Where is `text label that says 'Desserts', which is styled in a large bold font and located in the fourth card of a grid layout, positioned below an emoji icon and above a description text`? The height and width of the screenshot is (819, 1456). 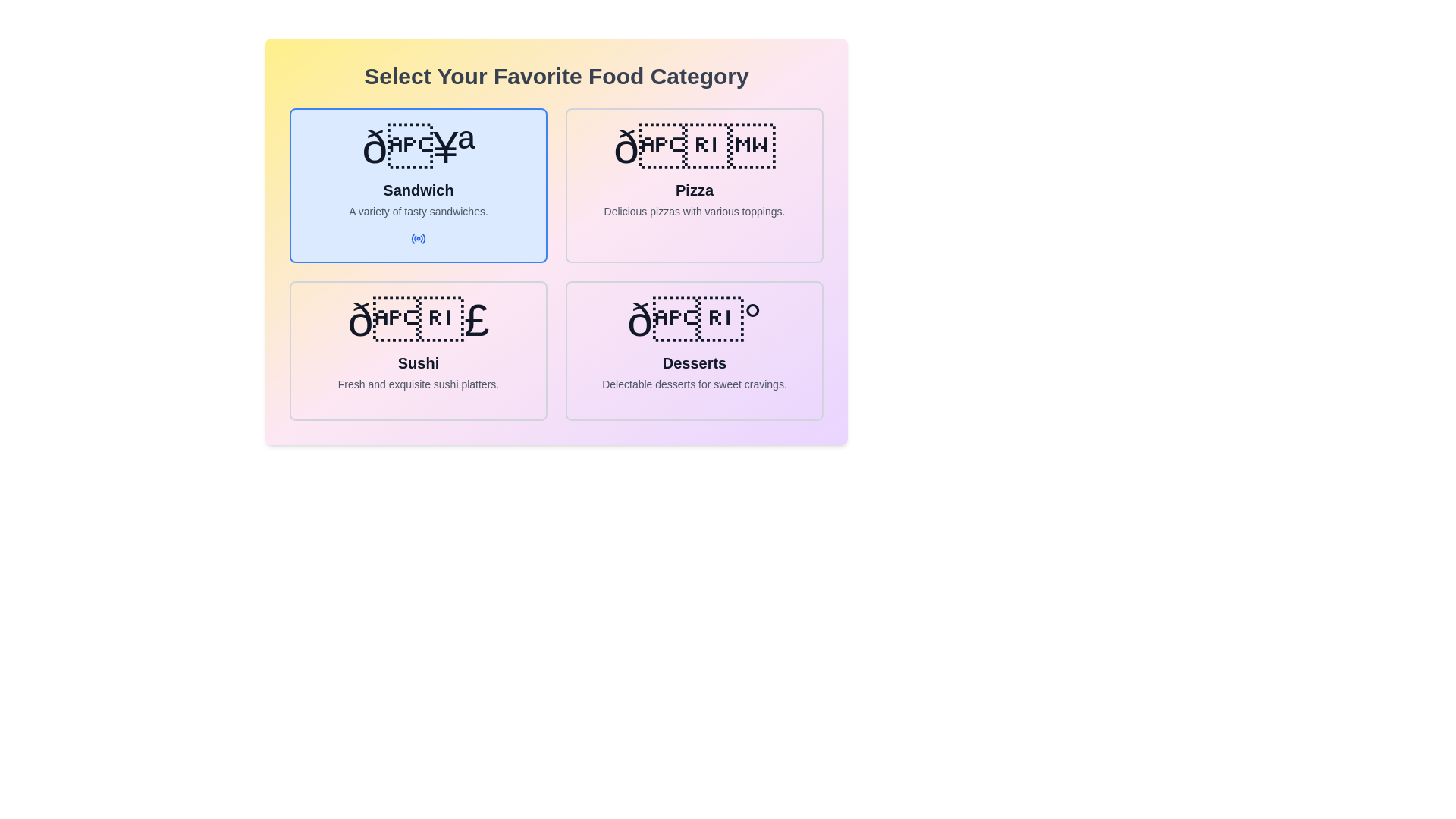
text label that says 'Desserts', which is styled in a large bold font and located in the fourth card of a grid layout, positioned below an emoji icon and above a description text is located at coordinates (694, 362).